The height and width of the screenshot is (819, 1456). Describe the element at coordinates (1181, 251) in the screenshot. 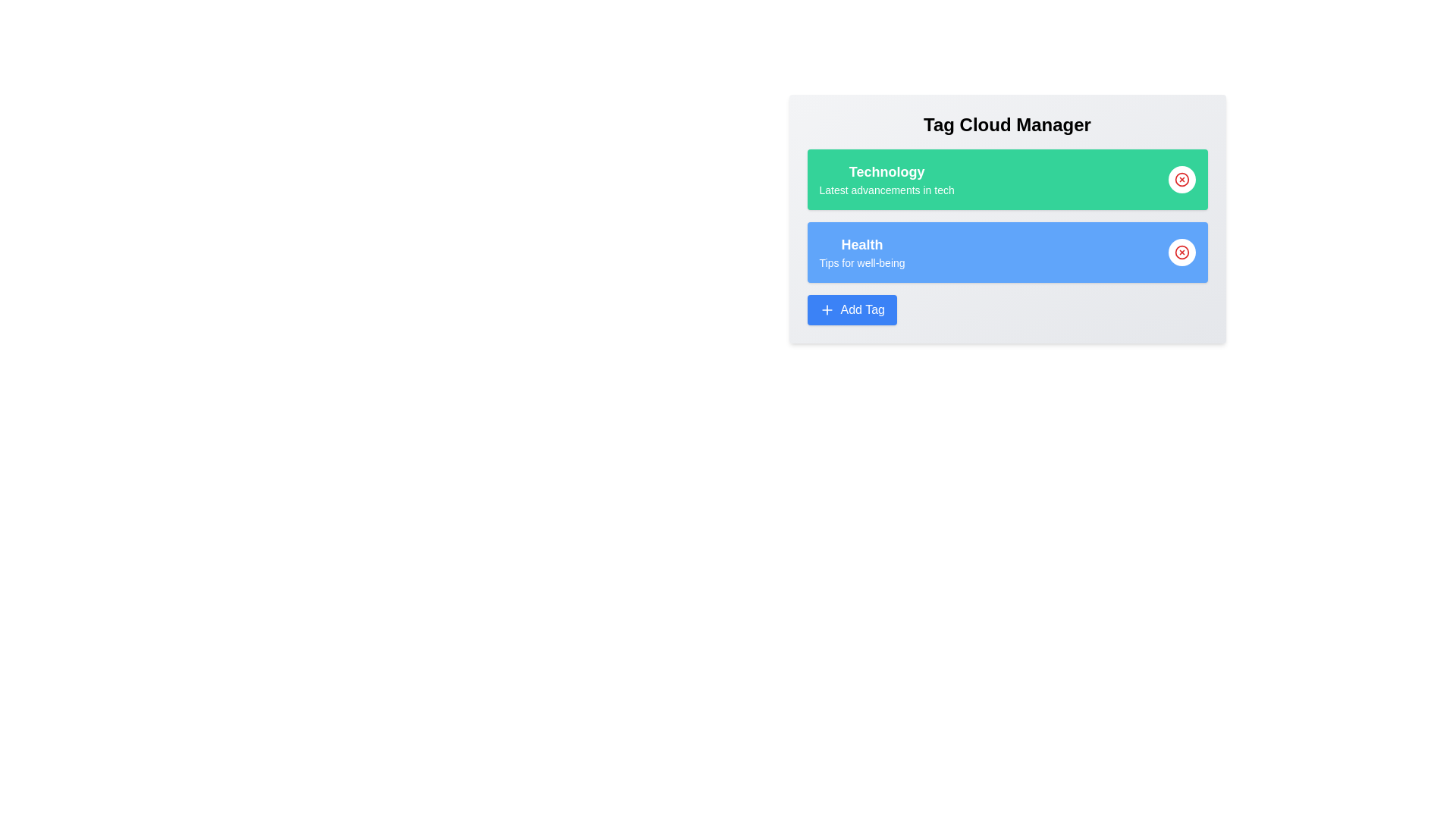

I see `'Remove Tag' button for the tag Health` at that location.